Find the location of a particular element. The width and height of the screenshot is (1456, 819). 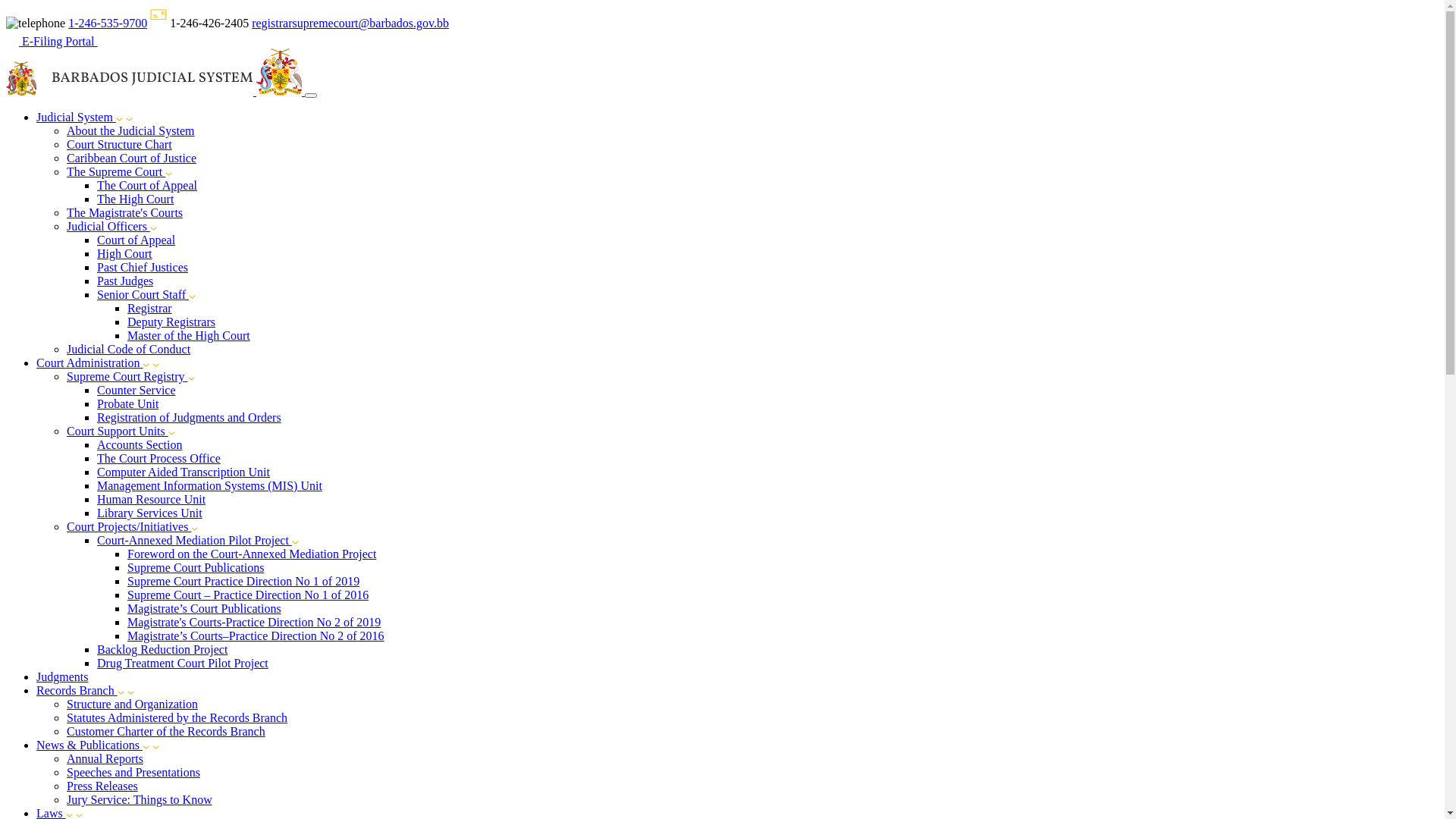

'Court of Appeal' is located at coordinates (136, 239).